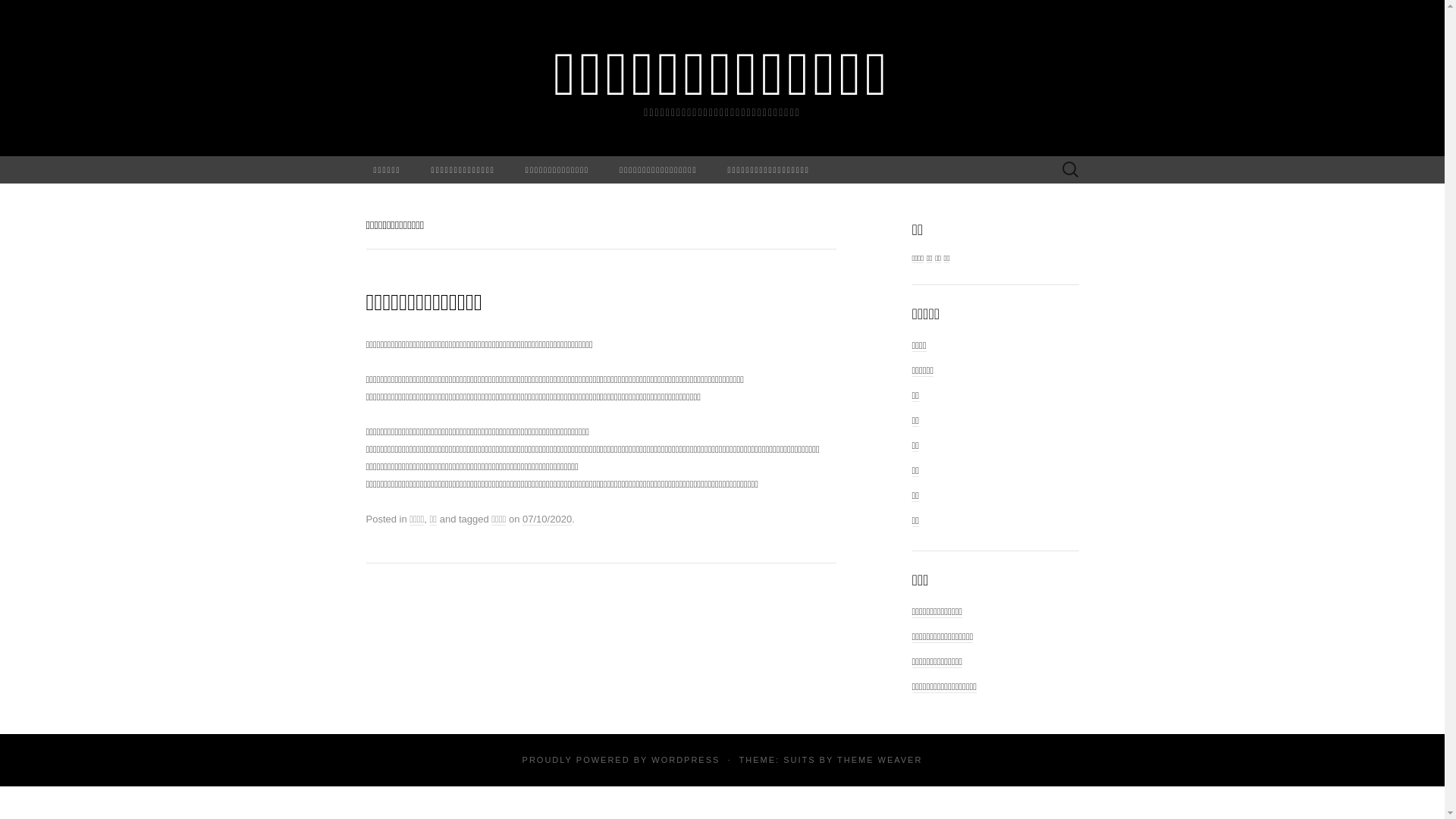 Image resolution: width=1456 pixels, height=819 pixels. I want to click on 'WORDPRESS', so click(684, 760).